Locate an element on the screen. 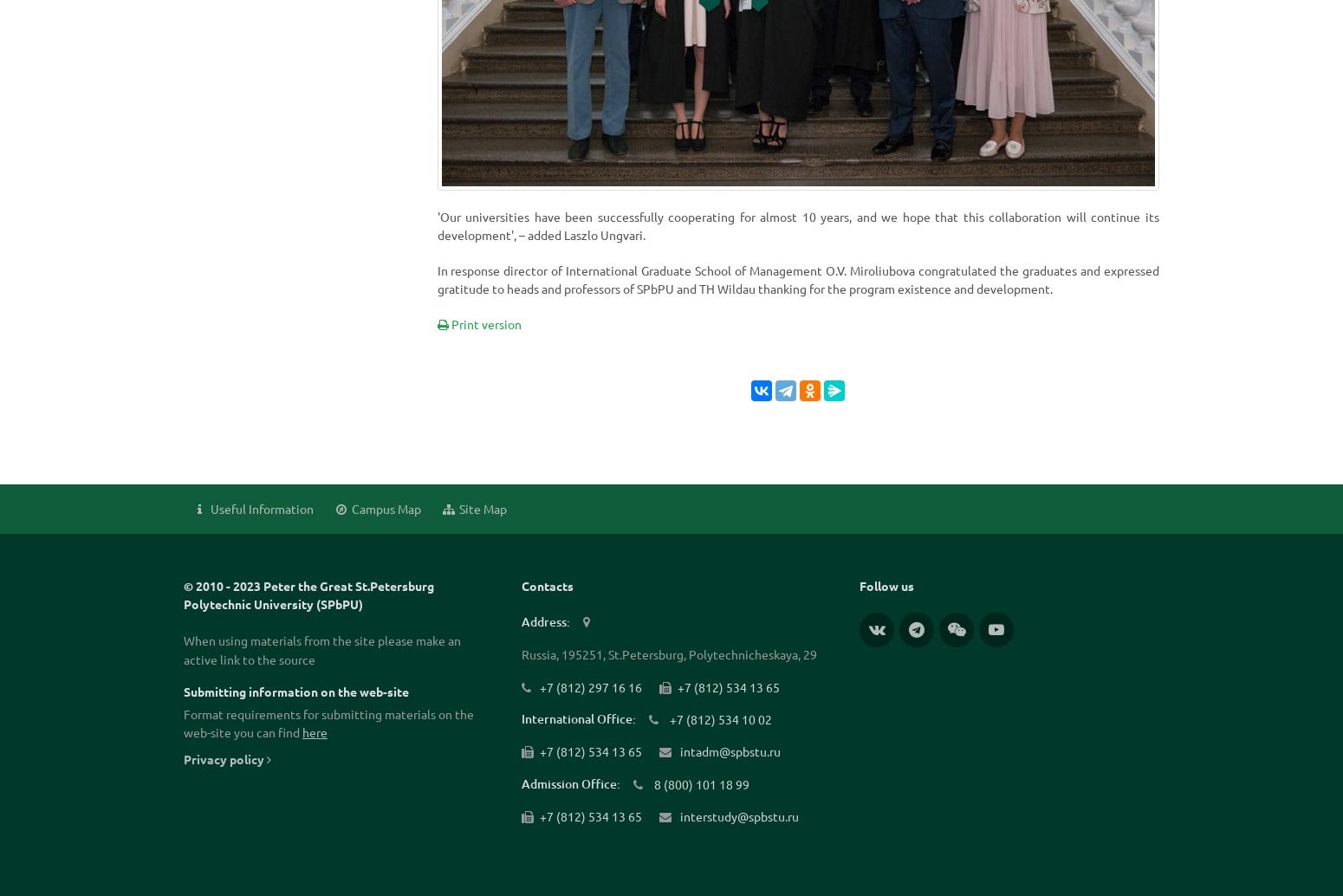  'Address:' is located at coordinates (545, 621).